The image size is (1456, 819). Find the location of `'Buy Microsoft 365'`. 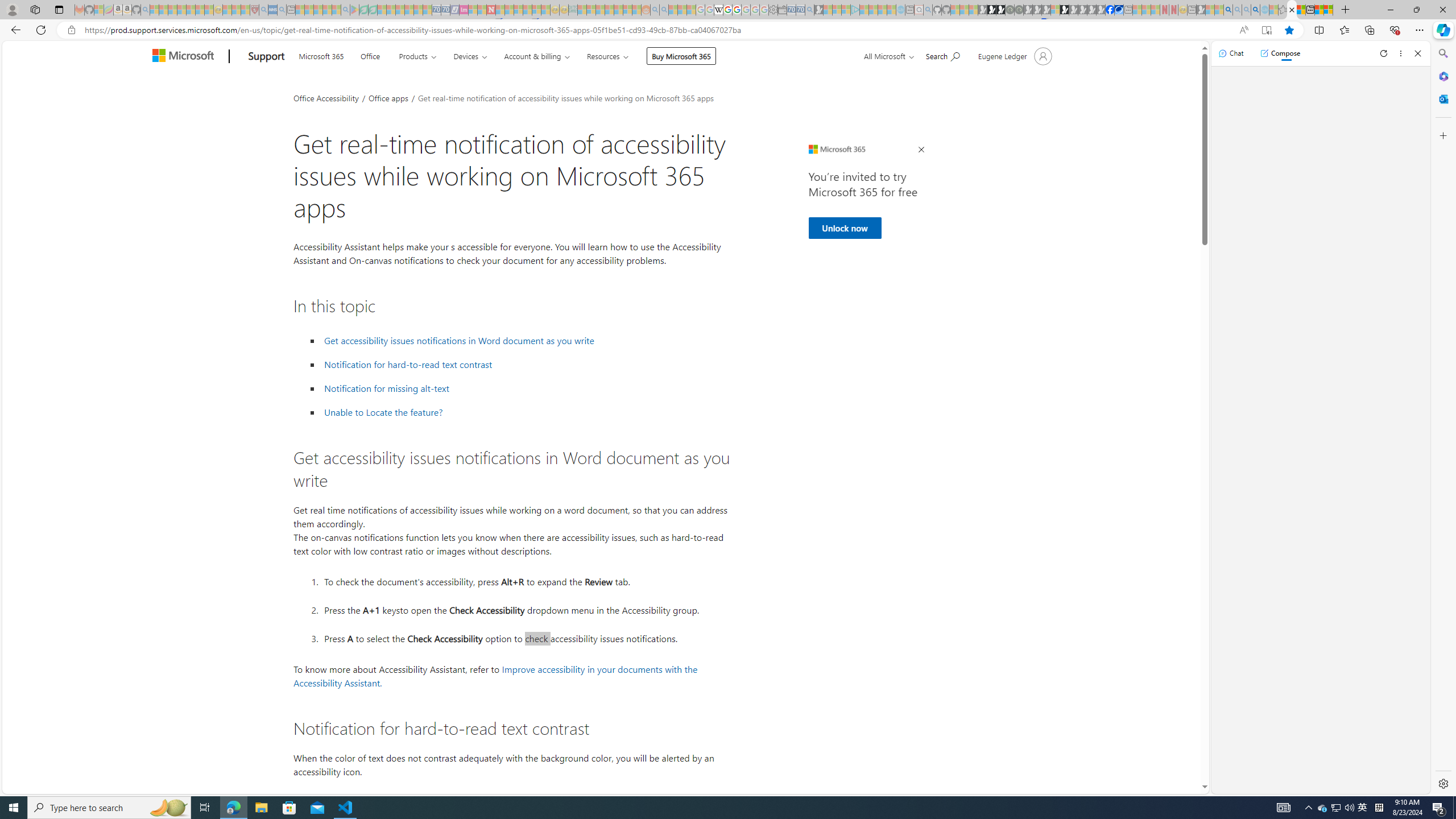

'Buy Microsoft 365' is located at coordinates (681, 55).